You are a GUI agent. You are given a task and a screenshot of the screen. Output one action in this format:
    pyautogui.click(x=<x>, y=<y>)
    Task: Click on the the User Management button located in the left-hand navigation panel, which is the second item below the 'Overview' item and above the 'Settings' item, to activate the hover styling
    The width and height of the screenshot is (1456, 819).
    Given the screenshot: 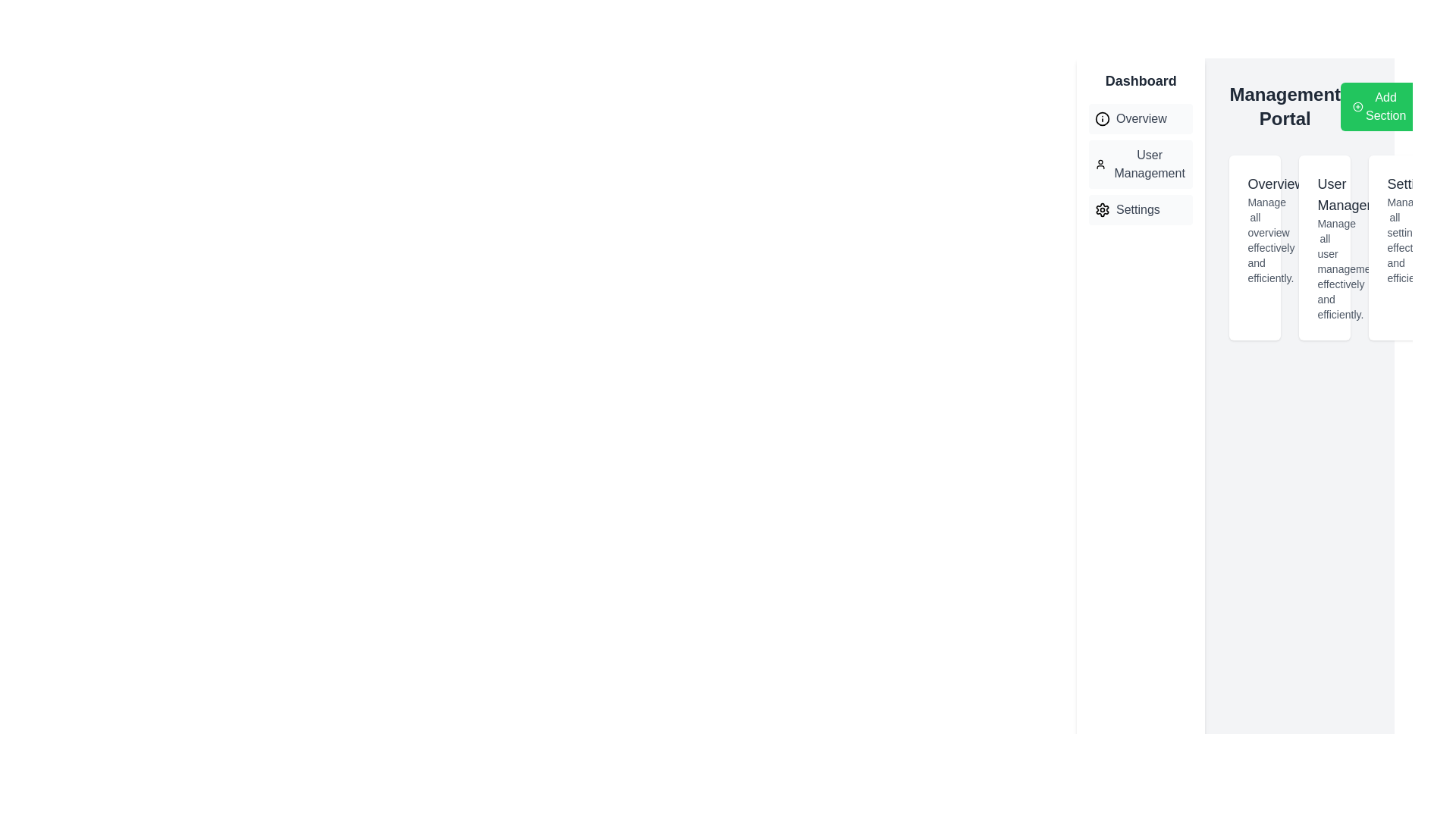 What is the action you would take?
    pyautogui.click(x=1141, y=164)
    